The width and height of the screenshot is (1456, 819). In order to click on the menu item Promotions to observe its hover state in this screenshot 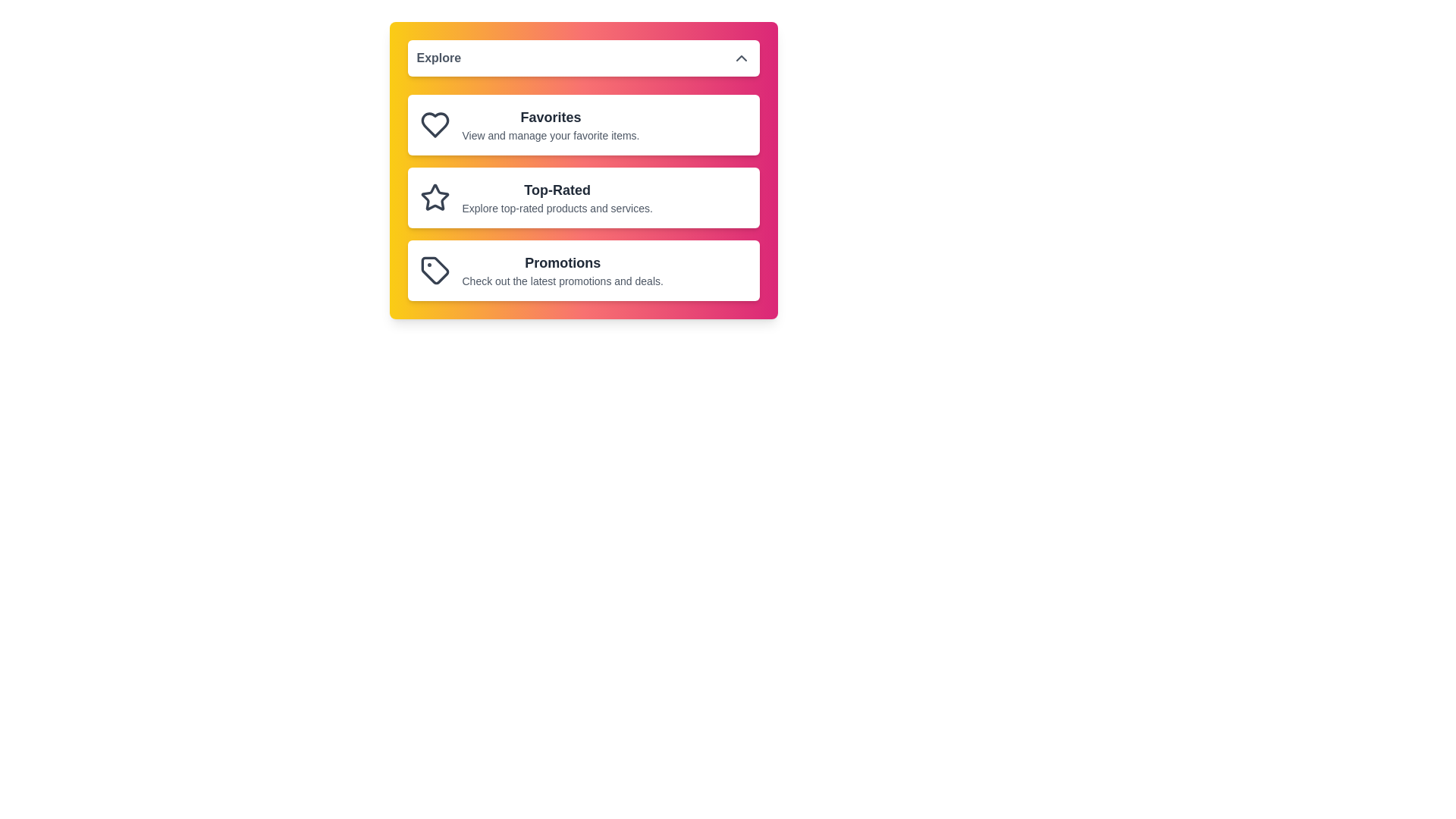, I will do `click(582, 270)`.